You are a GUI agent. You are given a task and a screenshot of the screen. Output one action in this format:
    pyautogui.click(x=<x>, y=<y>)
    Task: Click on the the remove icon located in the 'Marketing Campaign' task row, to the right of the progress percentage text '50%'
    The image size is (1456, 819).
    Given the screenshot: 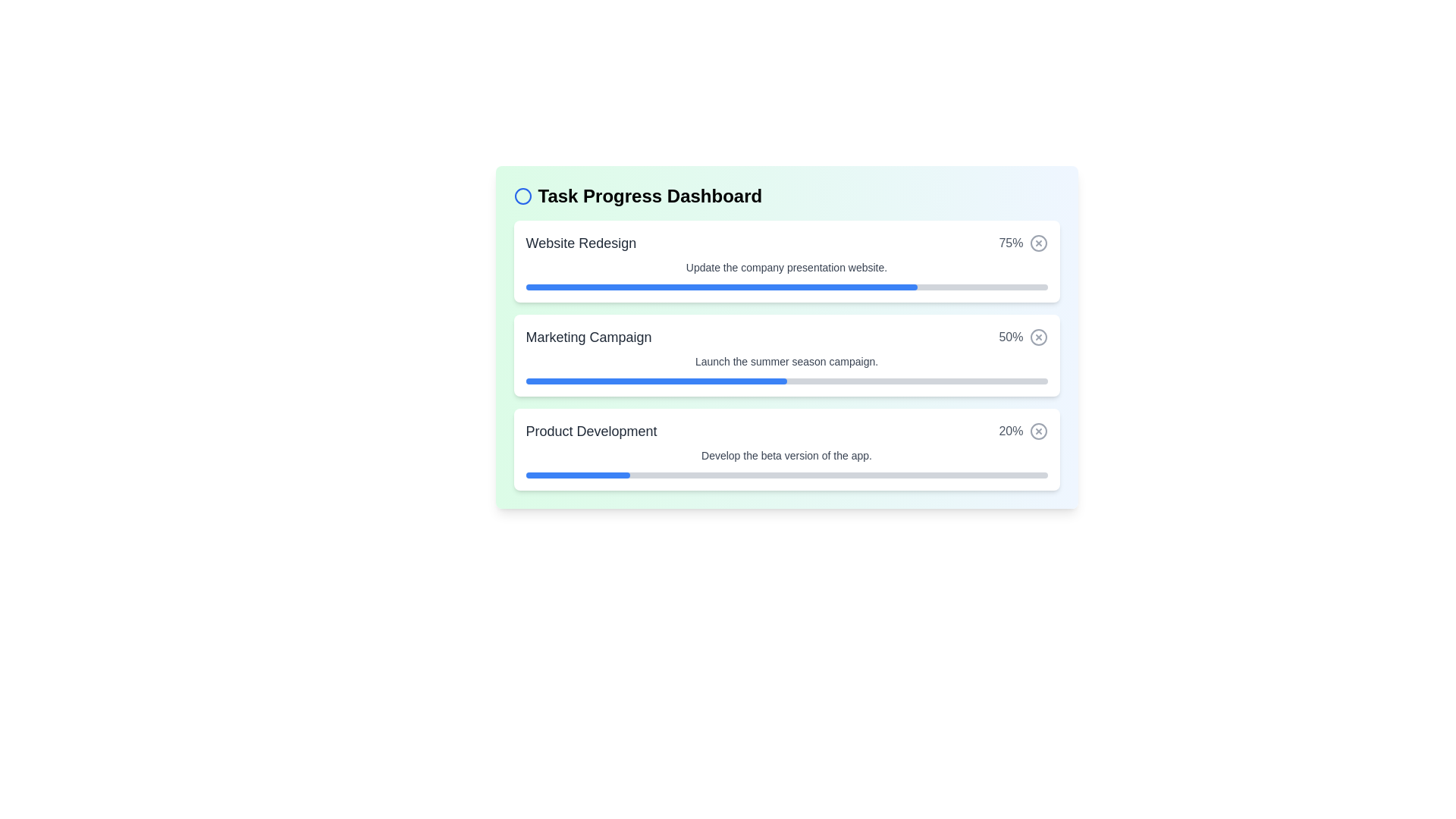 What is the action you would take?
    pyautogui.click(x=1037, y=336)
    